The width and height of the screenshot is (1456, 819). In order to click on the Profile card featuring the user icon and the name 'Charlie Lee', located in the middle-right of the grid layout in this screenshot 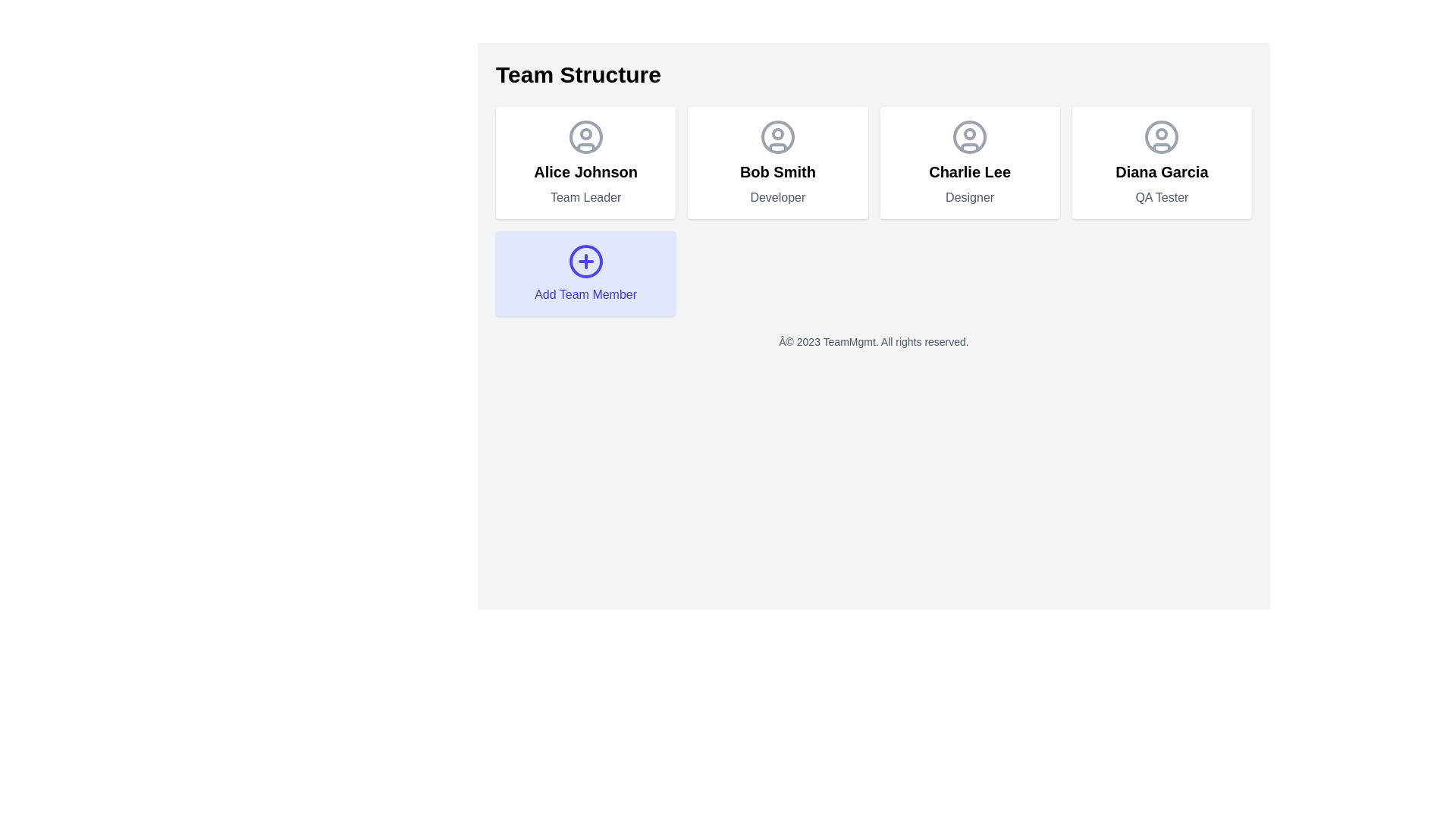, I will do `click(969, 163)`.